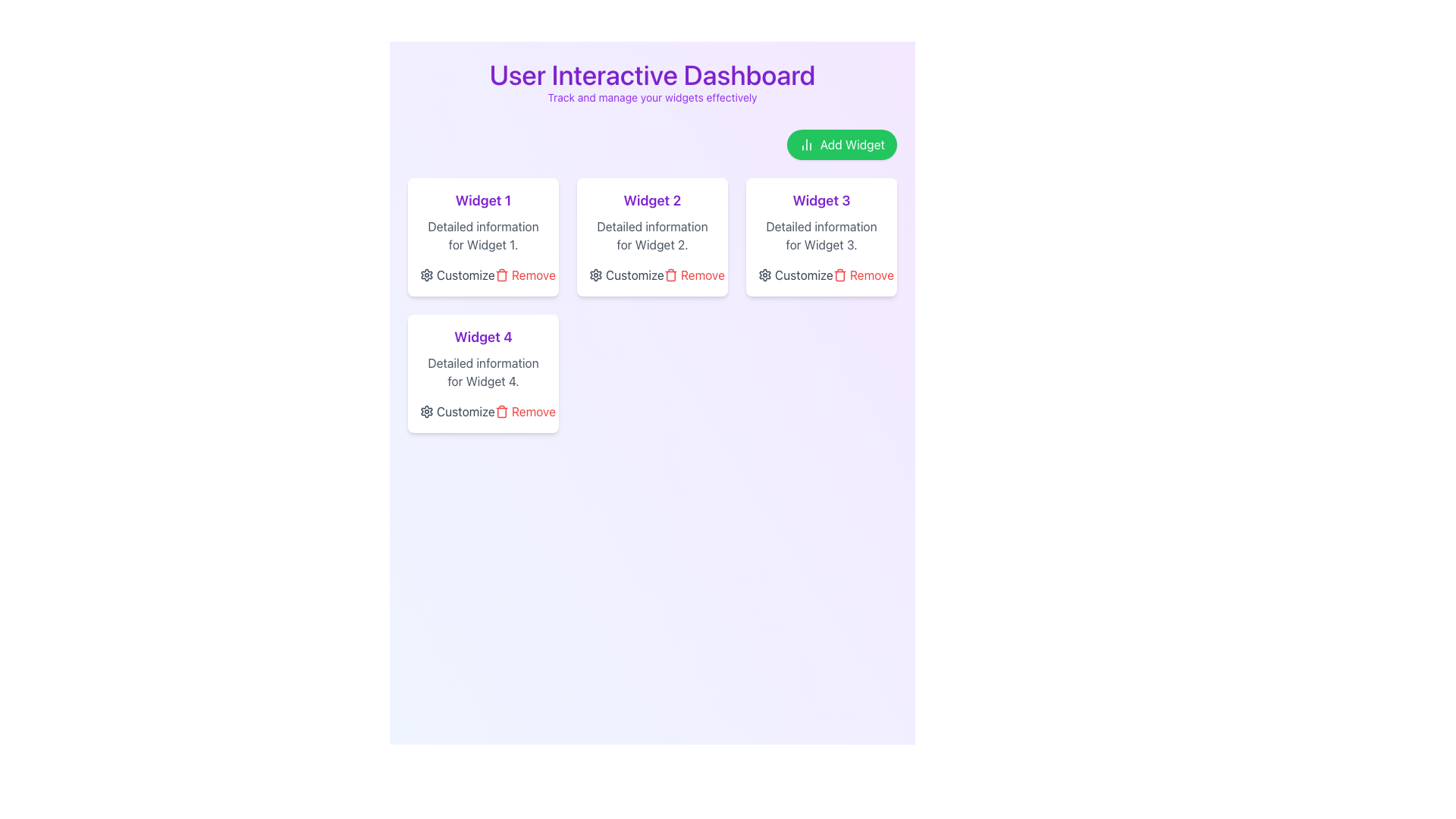  What do you see at coordinates (501, 275) in the screenshot?
I see `the trash bin icon with red color and 'Remove' text in the control section of the dashboard widget for 'Widget 1'` at bounding box center [501, 275].